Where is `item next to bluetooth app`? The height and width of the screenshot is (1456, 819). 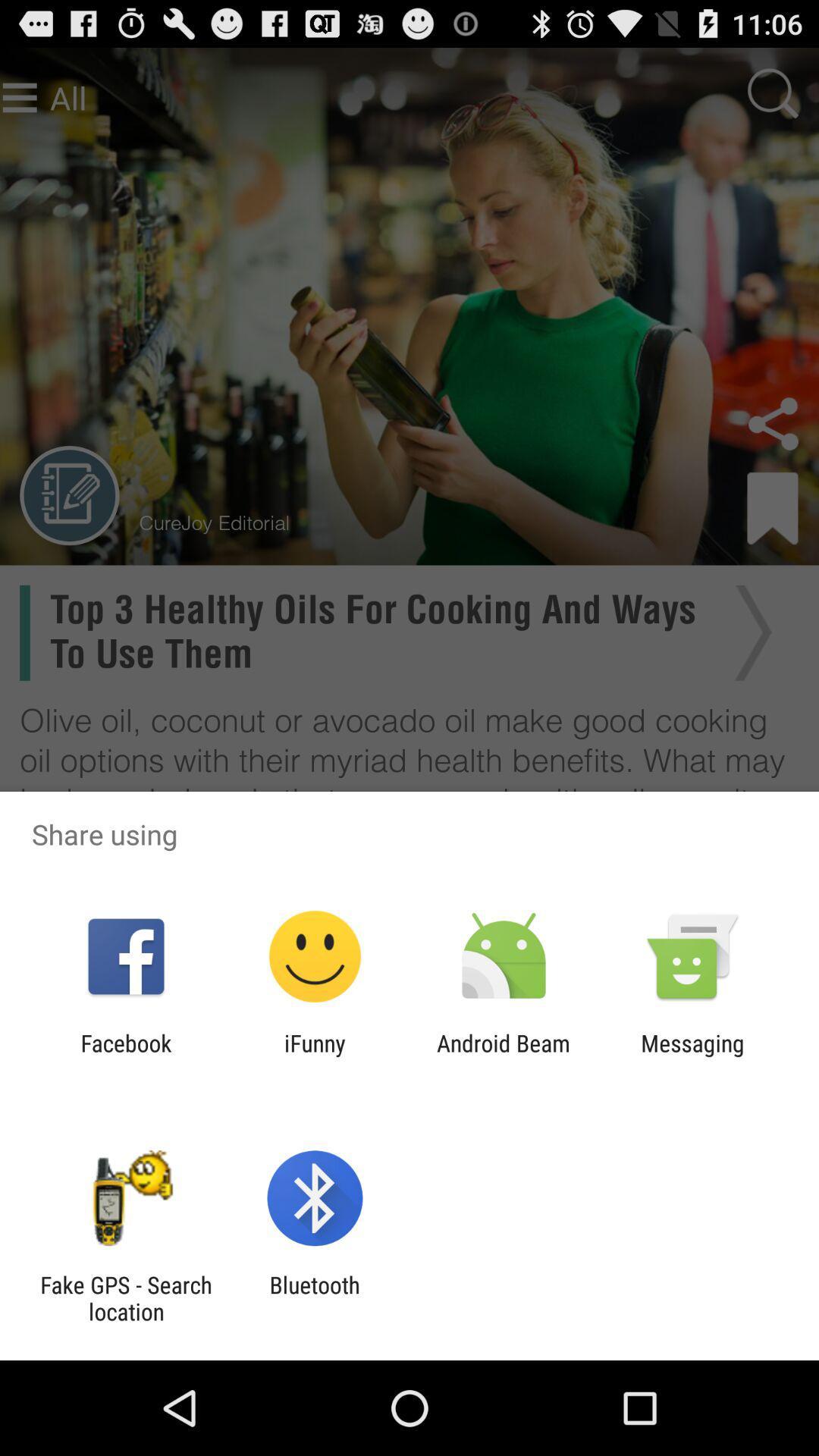 item next to bluetooth app is located at coordinates (125, 1298).